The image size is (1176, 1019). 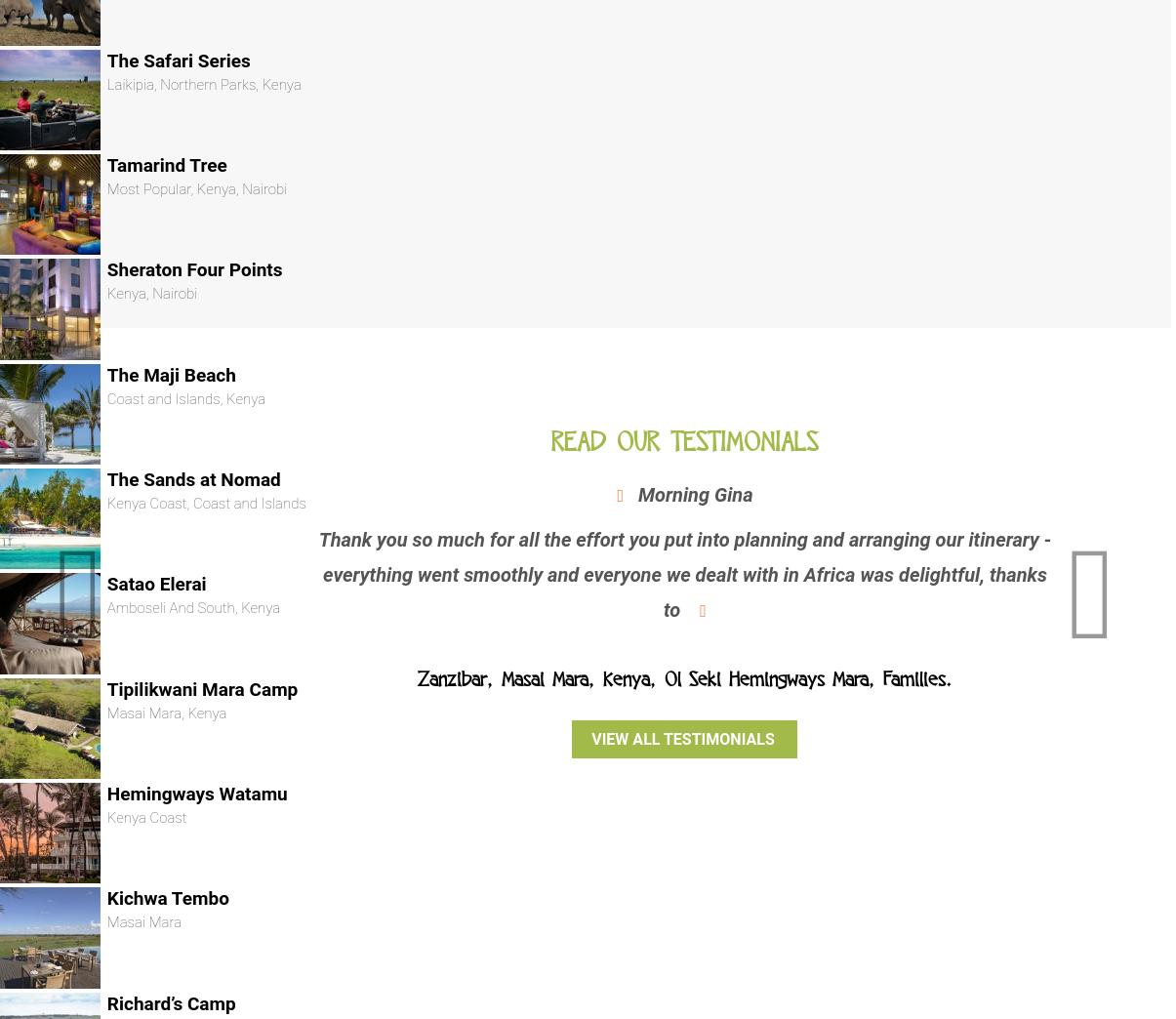 What do you see at coordinates (177, 59) in the screenshot?
I see `'The Safari Series'` at bounding box center [177, 59].